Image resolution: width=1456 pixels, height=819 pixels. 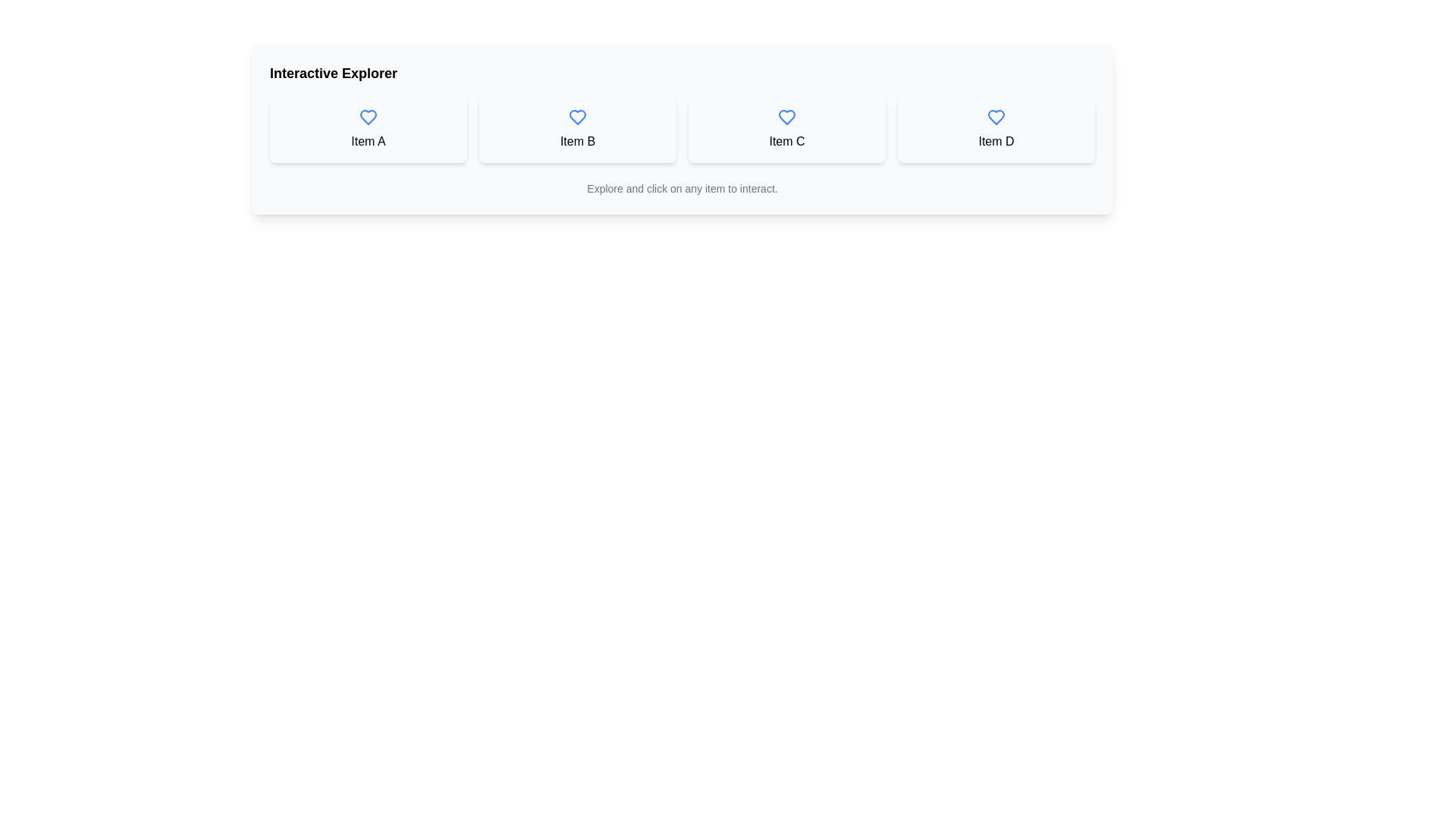 I want to click on the heart icon located in the fourth card labeled 'Item D', so click(x=996, y=116).